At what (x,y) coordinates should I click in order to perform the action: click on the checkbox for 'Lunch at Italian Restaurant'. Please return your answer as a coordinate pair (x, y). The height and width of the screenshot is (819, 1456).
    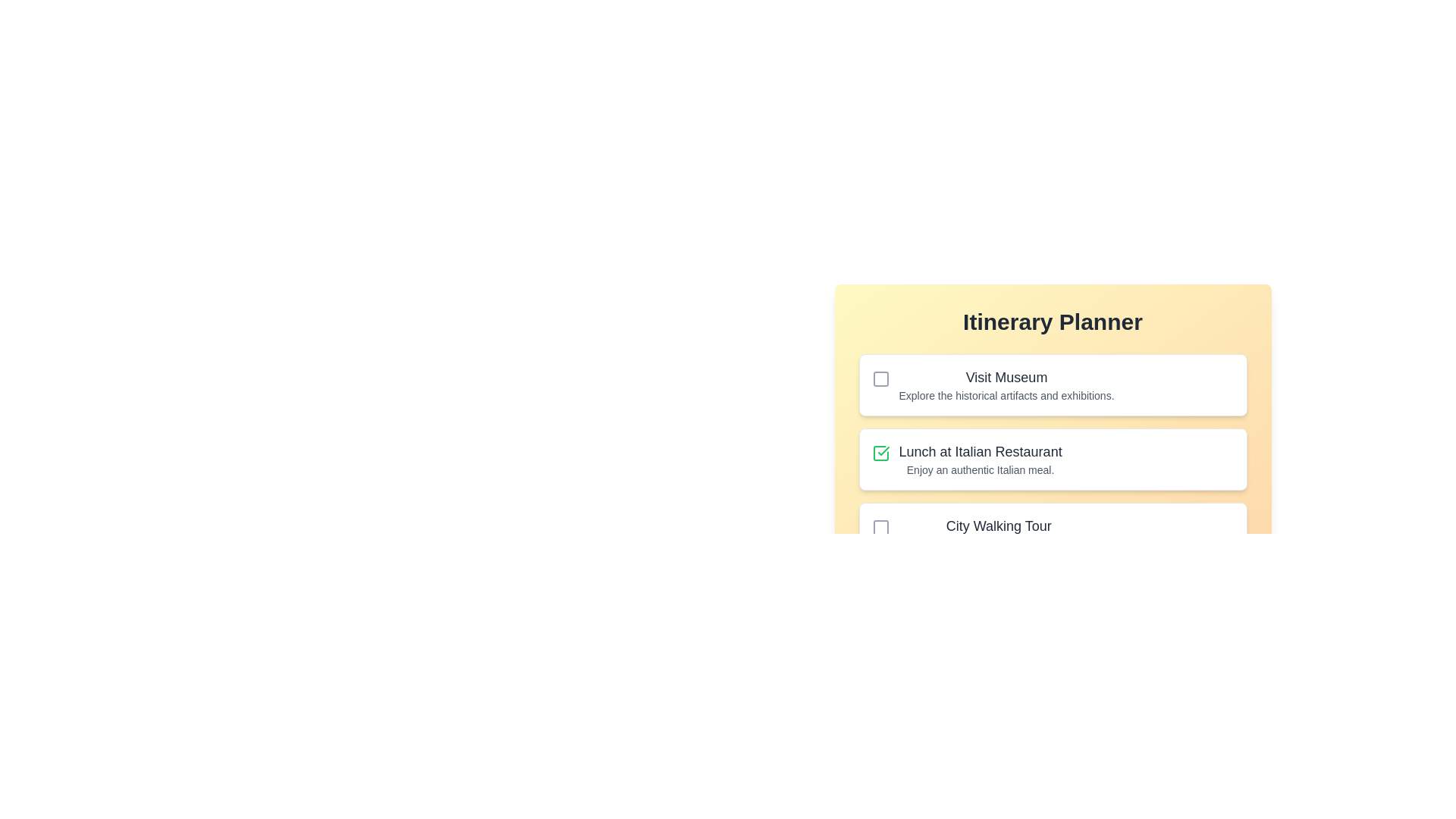
    Looking at the image, I should click on (880, 452).